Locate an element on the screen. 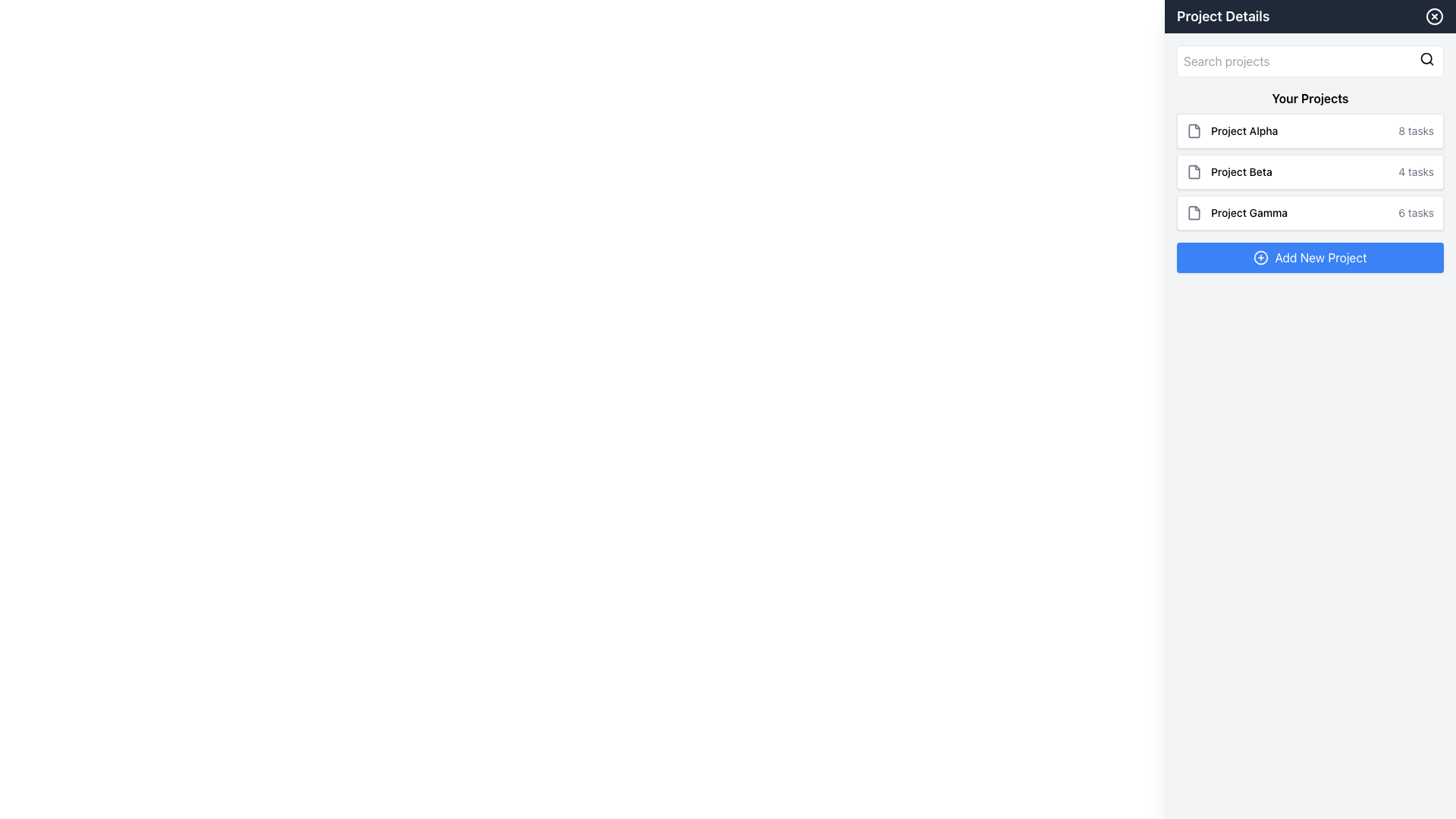 This screenshot has height=819, width=1456. the small gray file icon representing 'Project Gamma' in the 'Your Projects' section of the sidebar is located at coordinates (1193, 213).